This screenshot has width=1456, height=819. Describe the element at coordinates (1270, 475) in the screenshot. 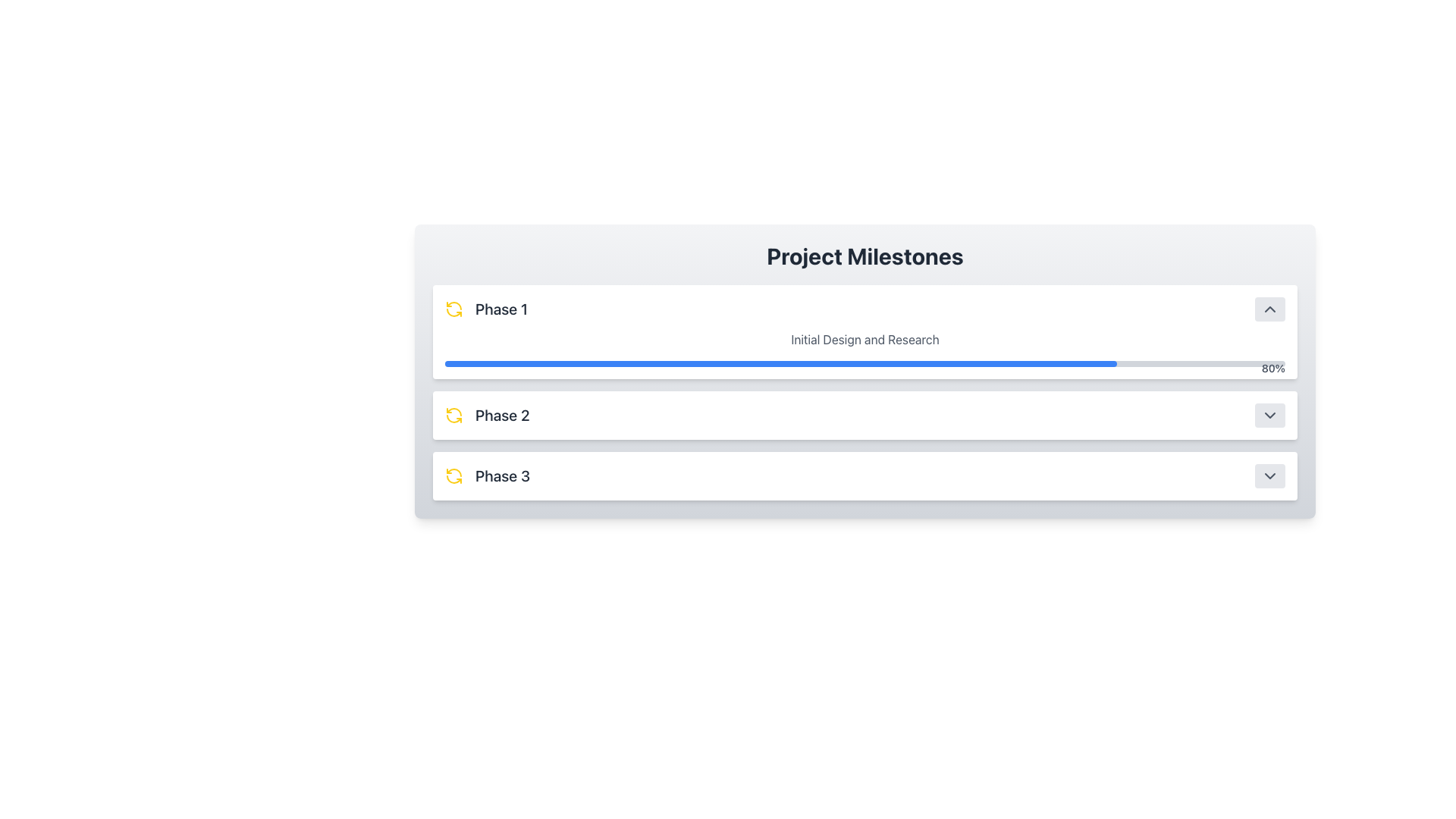

I see `the dropdown indicator icon located to the far right of the 'Phase 3' row in the vertical milestone list` at that location.